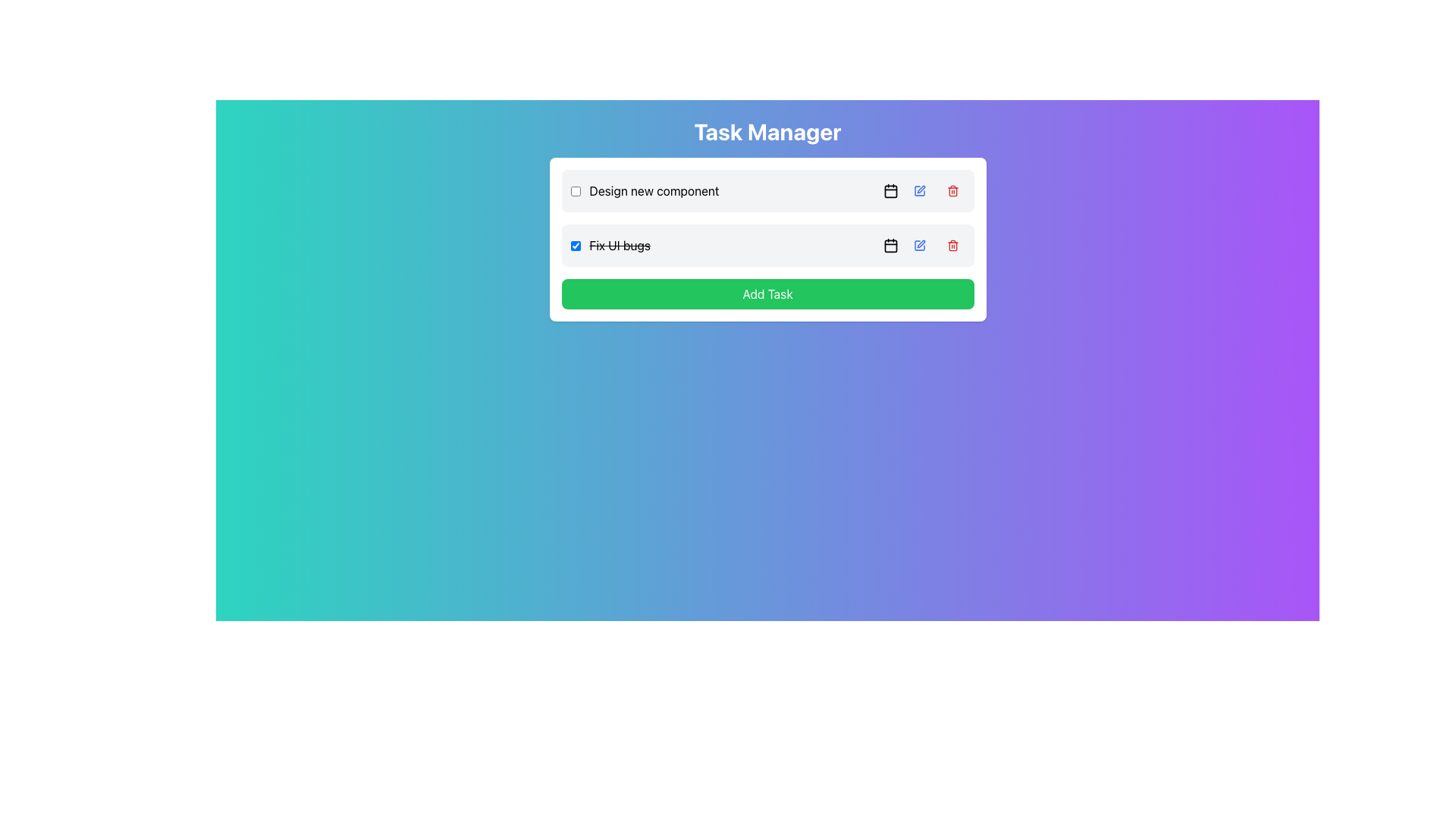 The image size is (1456, 819). What do you see at coordinates (952, 190) in the screenshot?
I see `the red trash bin icon in the second task row` at bounding box center [952, 190].